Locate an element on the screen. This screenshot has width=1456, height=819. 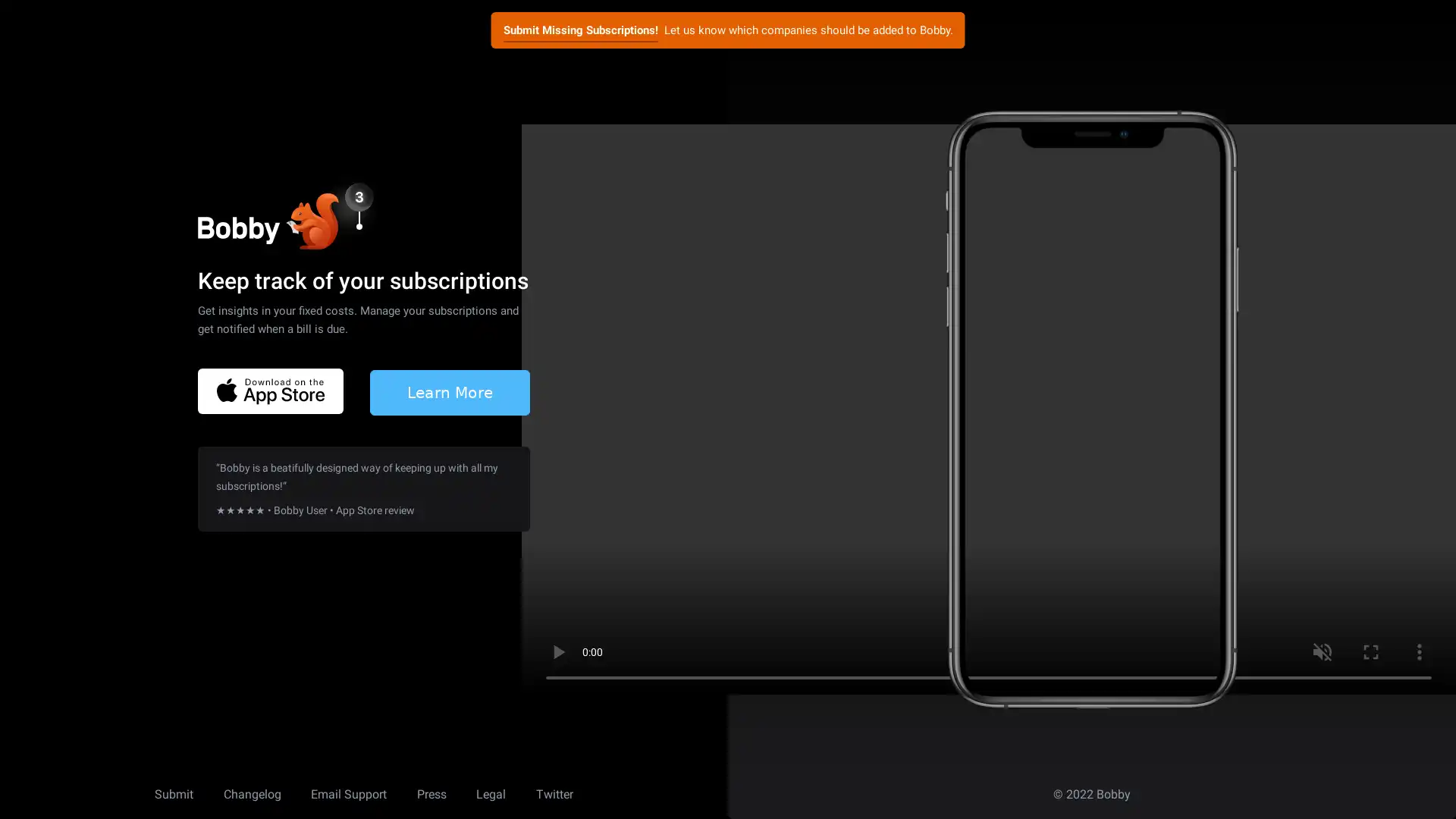
enter full screen is located at coordinates (1371, 651).